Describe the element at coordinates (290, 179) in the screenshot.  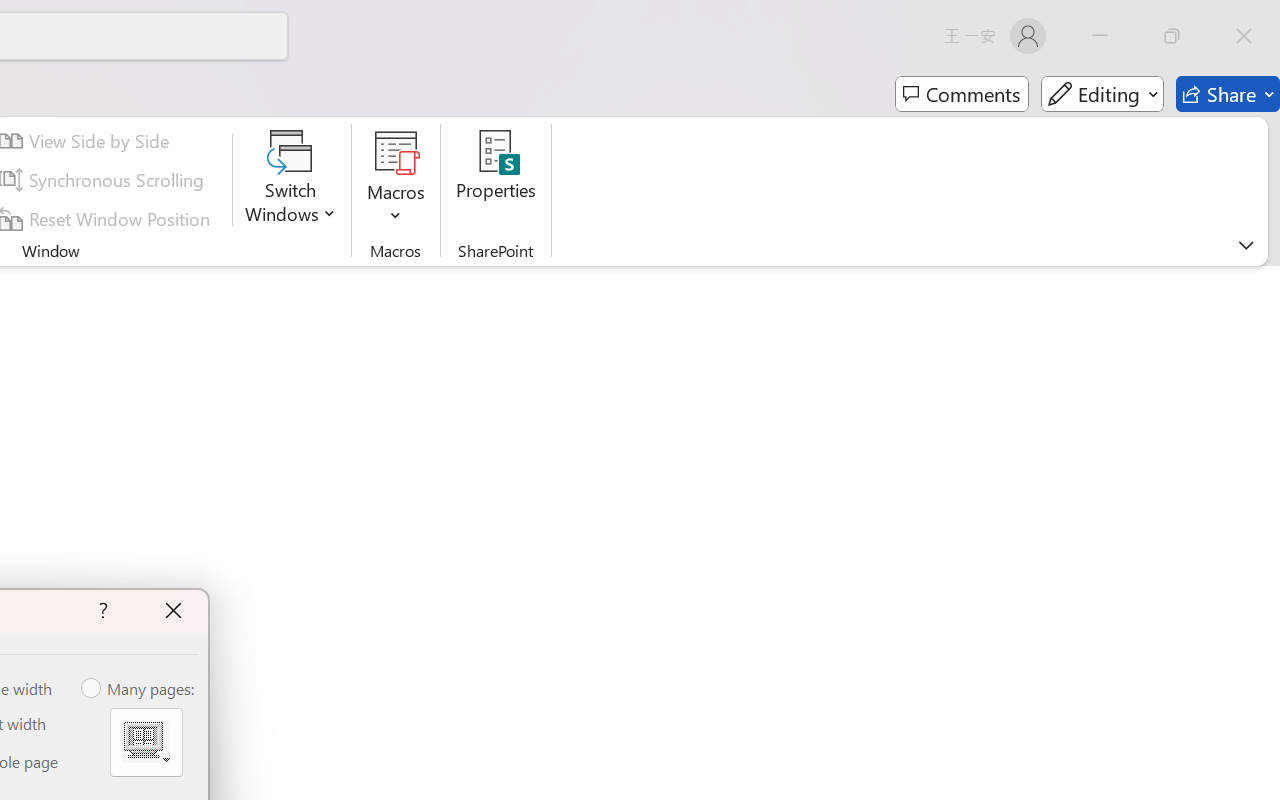
I see `'Switch Windows'` at that location.